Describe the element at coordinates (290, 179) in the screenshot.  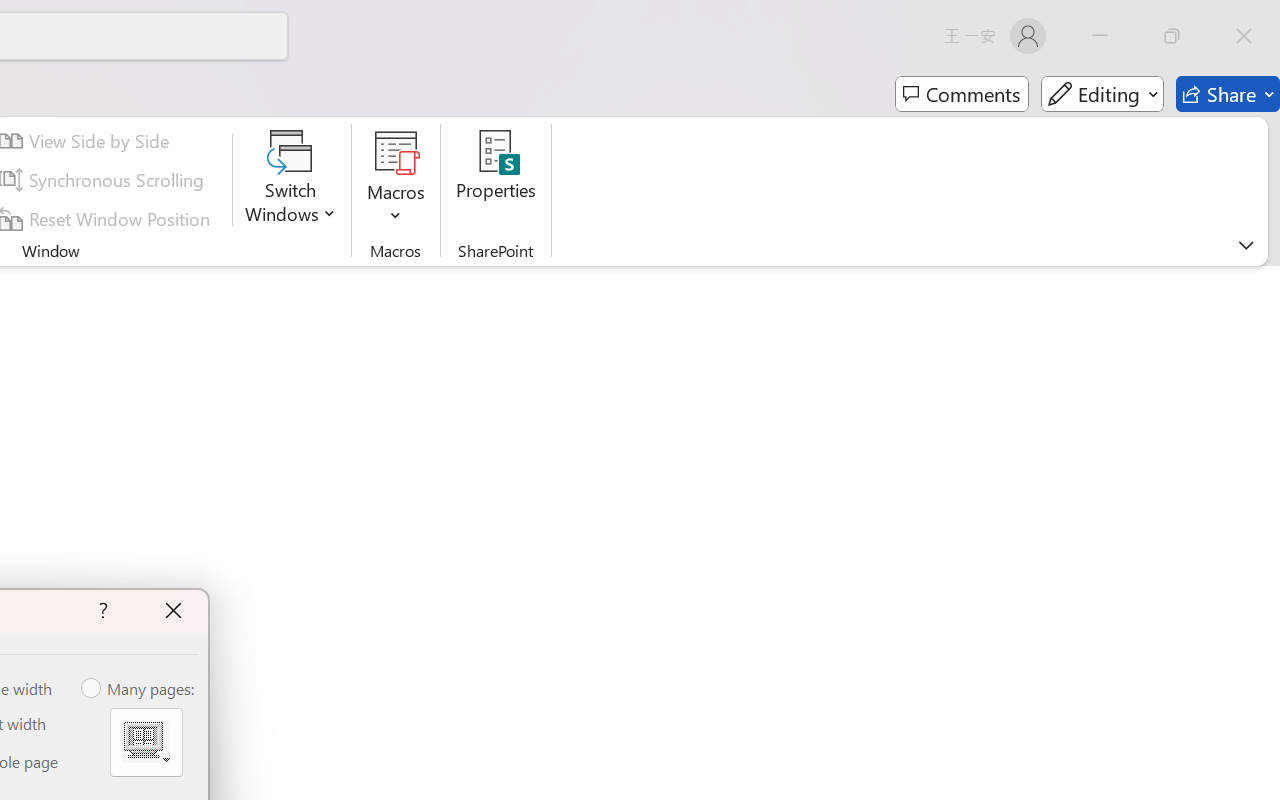
I see `'Switch Windows'` at that location.